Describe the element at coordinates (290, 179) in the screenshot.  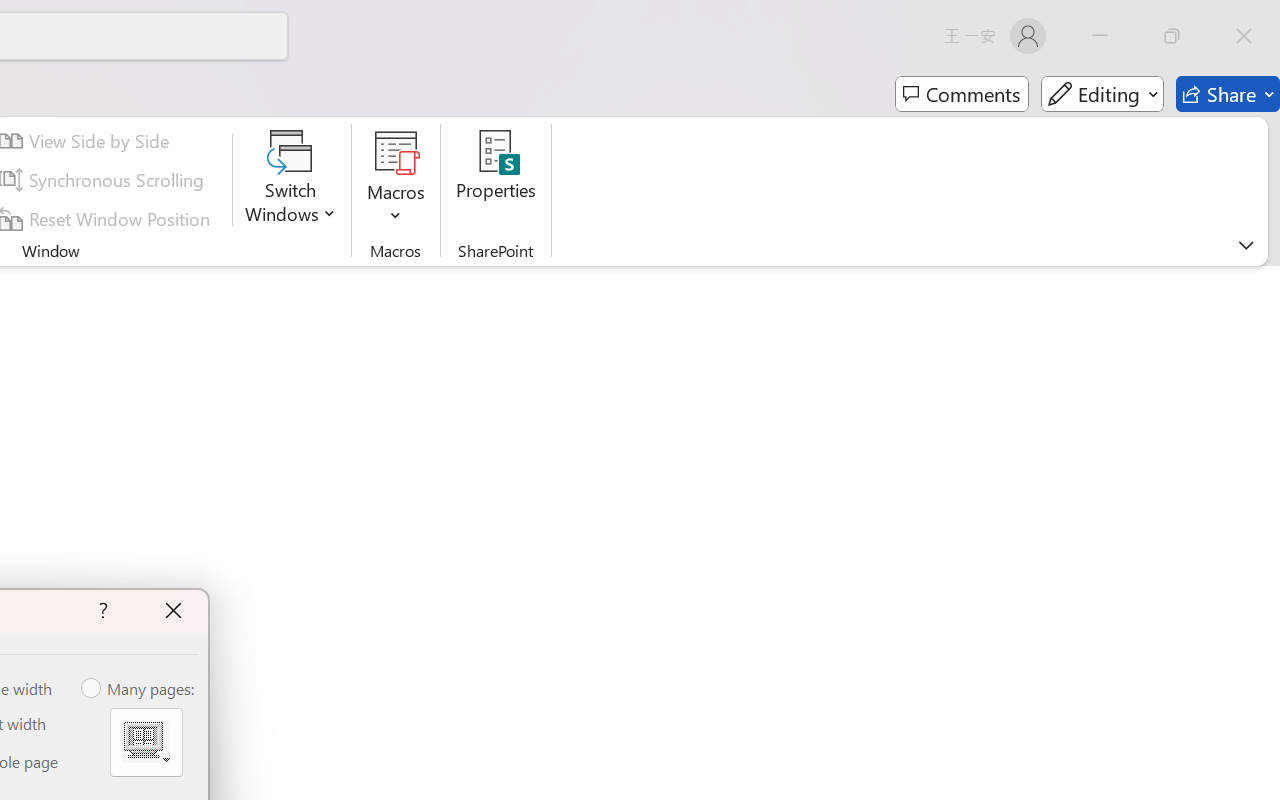
I see `'Switch Windows'` at that location.